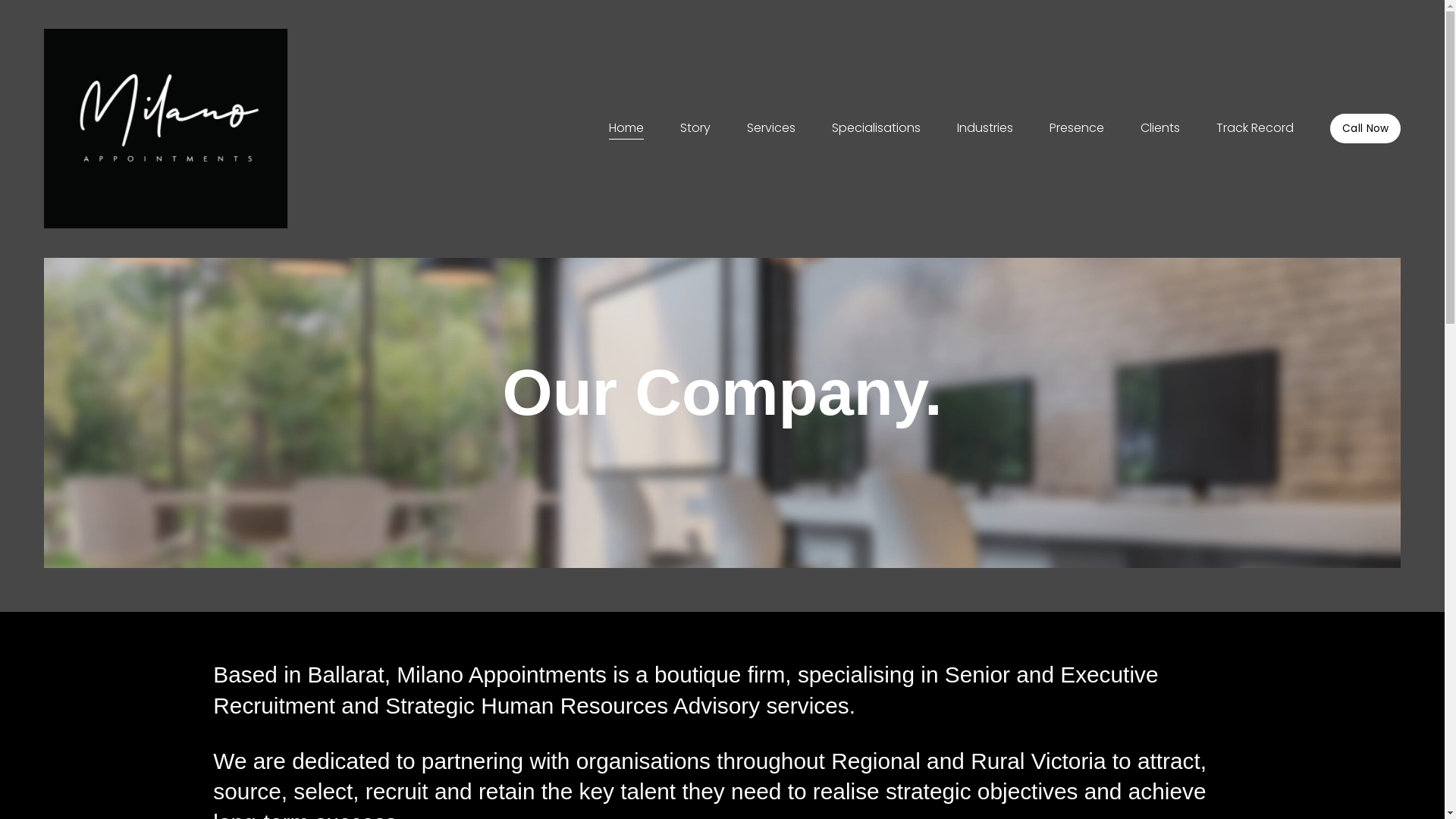 The height and width of the screenshot is (819, 1456). I want to click on 'Services', so click(771, 127).